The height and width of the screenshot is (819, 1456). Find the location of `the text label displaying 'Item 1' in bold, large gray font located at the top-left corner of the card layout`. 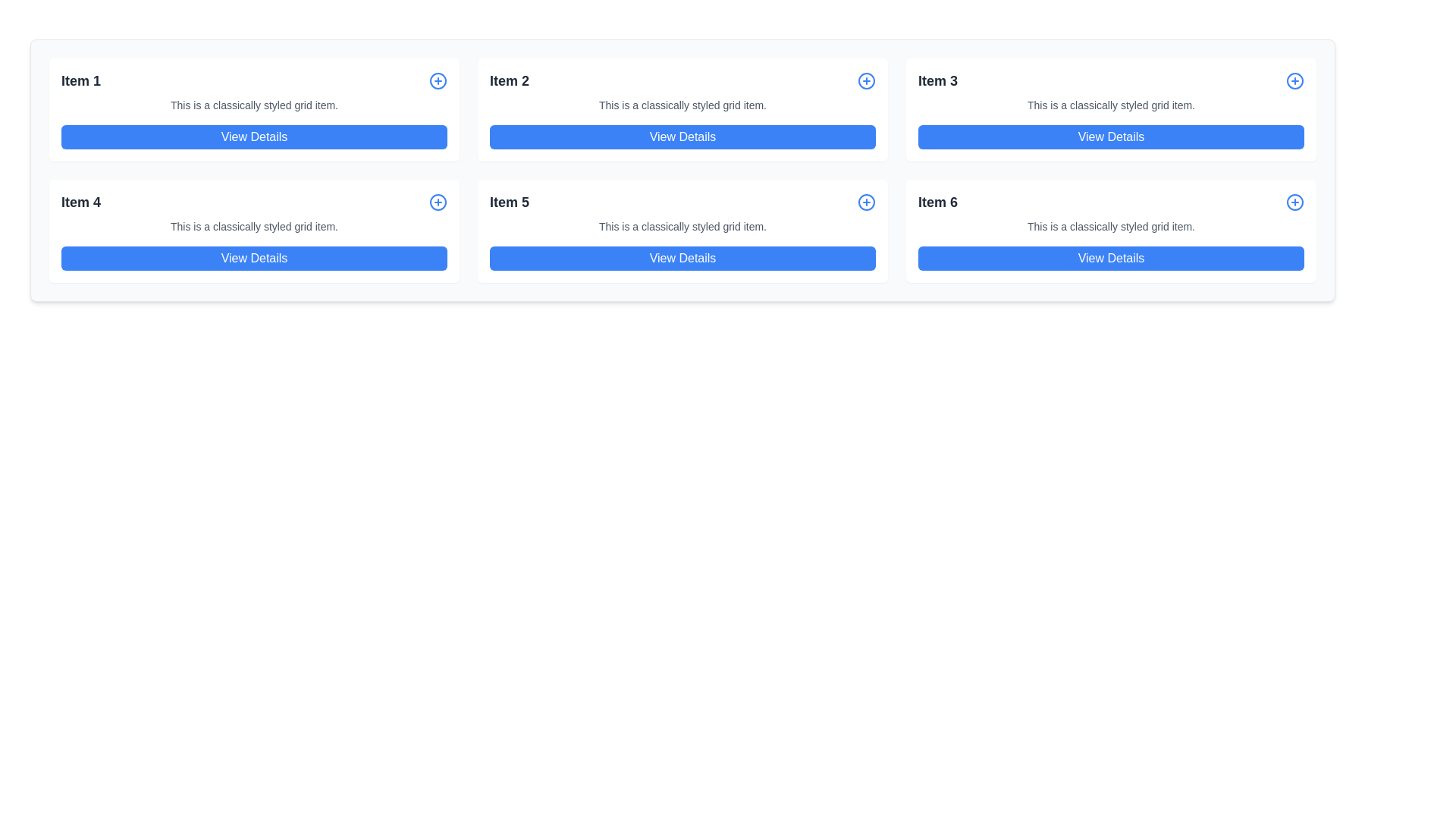

the text label displaying 'Item 1' in bold, large gray font located at the top-left corner of the card layout is located at coordinates (80, 81).